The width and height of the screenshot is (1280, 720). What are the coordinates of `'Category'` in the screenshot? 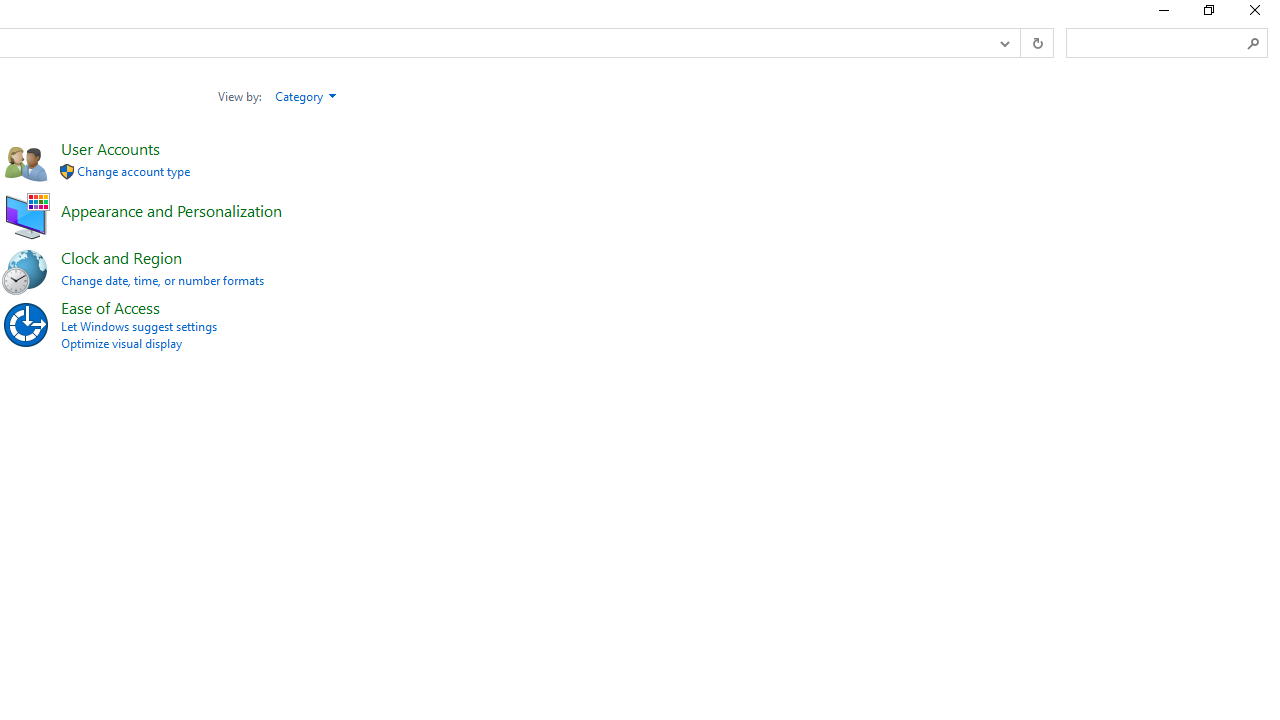 It's located at (304, 96).